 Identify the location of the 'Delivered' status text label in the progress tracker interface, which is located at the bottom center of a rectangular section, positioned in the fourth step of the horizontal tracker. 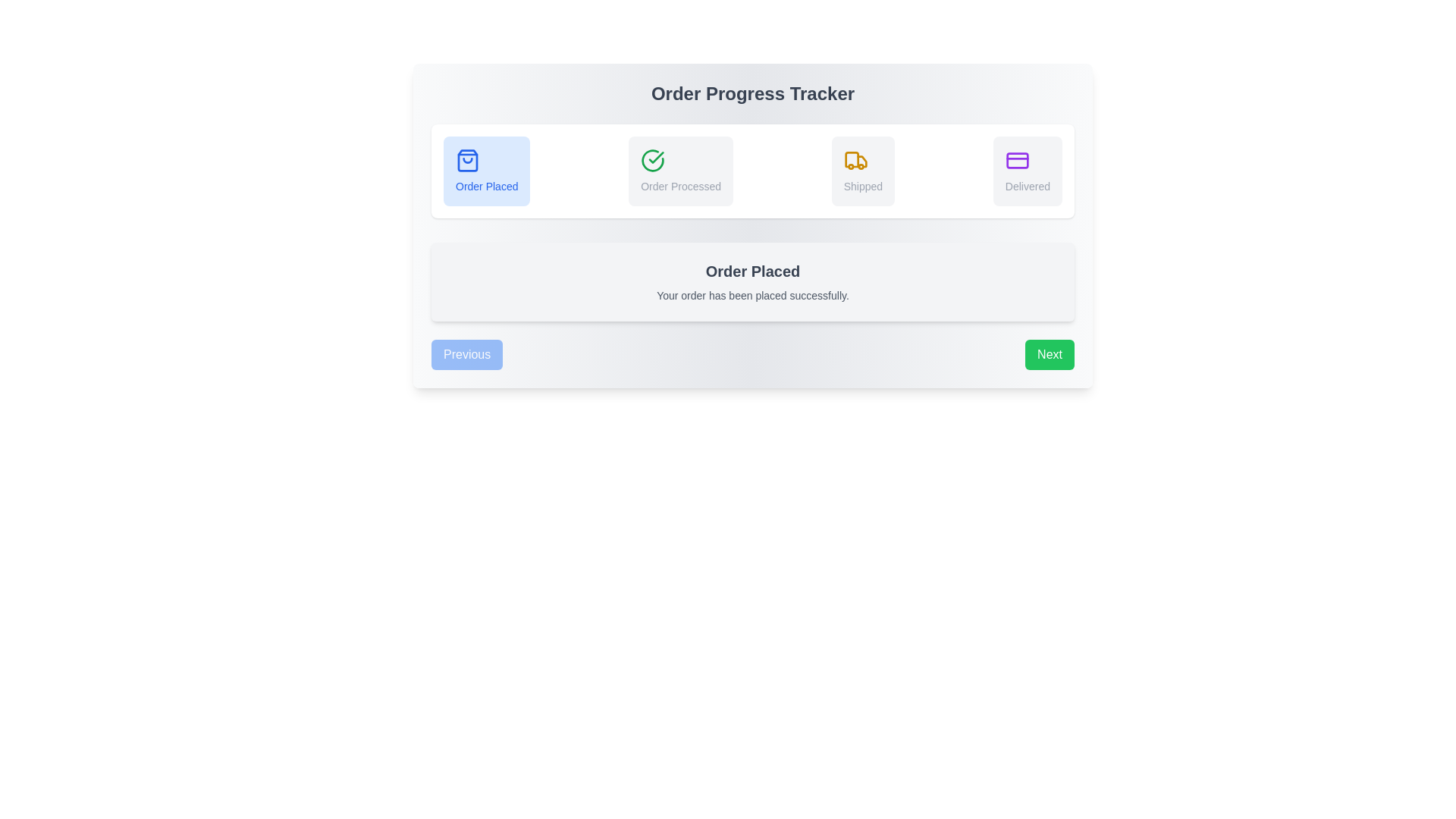
(1028, 186).